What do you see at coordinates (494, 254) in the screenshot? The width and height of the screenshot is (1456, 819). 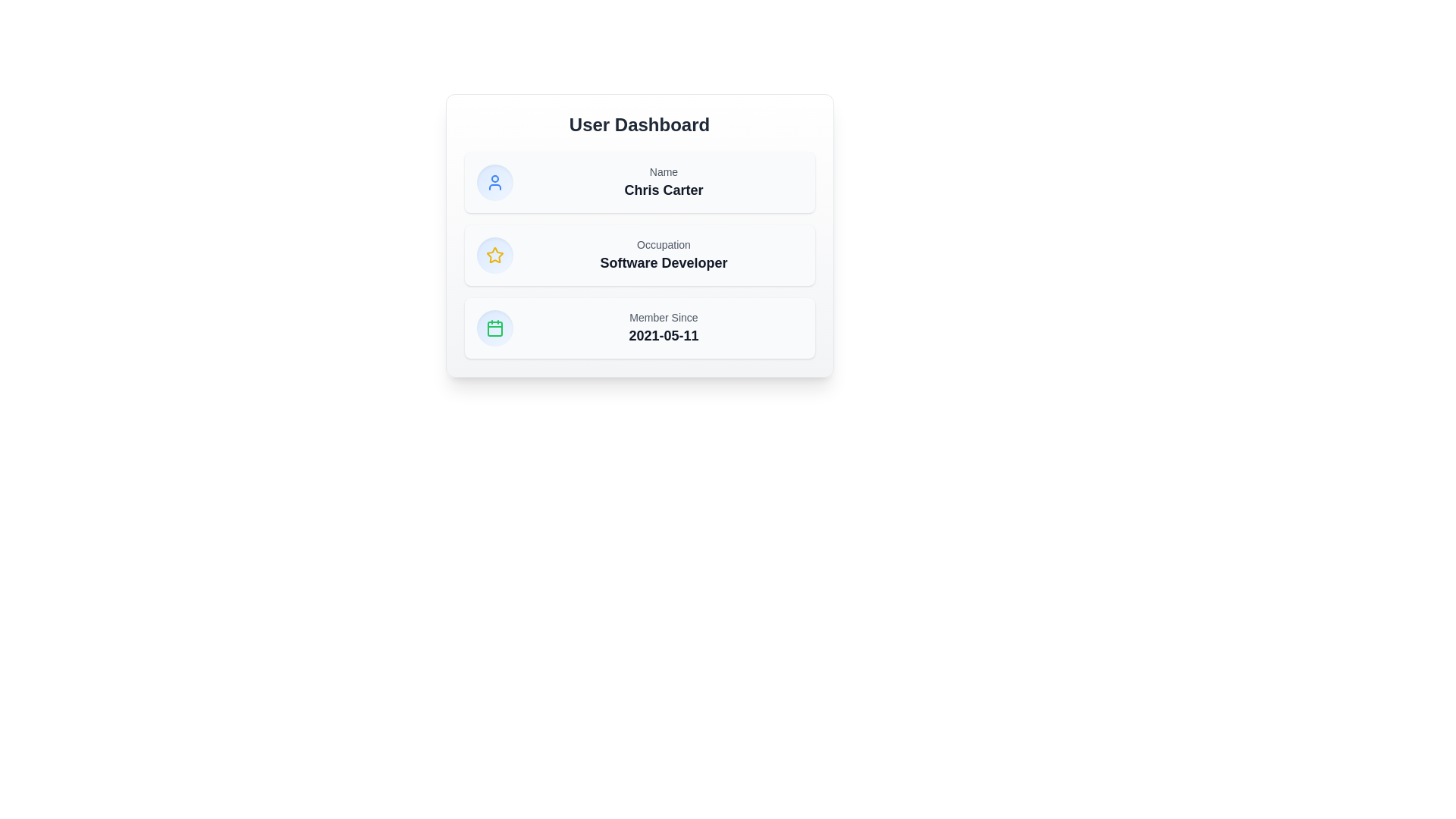 I see `the star icon located in the middle column of the card structure, which represents a rating feature under the 'User Dashboard' section` at bounding box center [494, 254].